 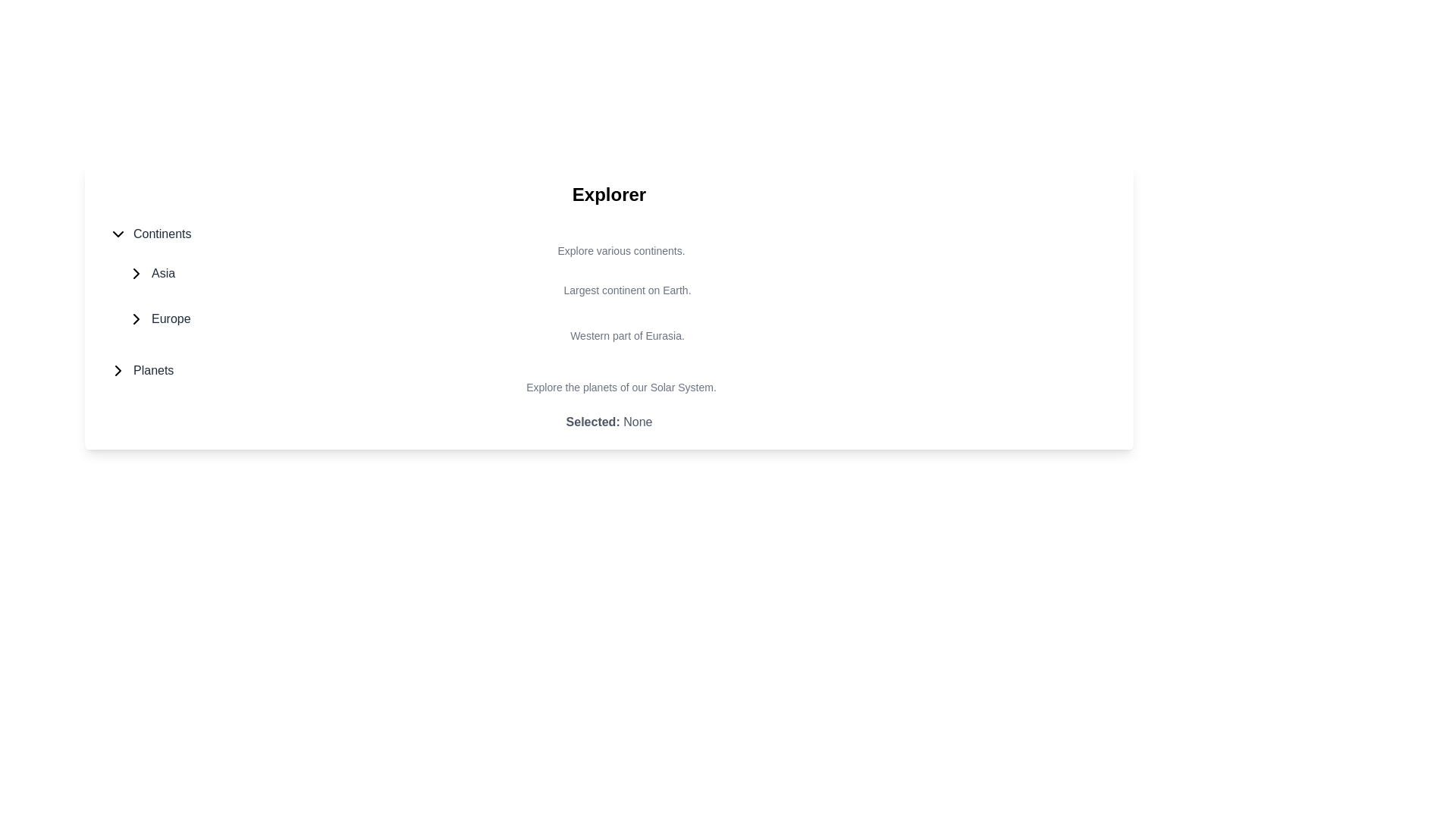 I want to click on the expansion chevron arrow icon, so click(x=136, y=274).